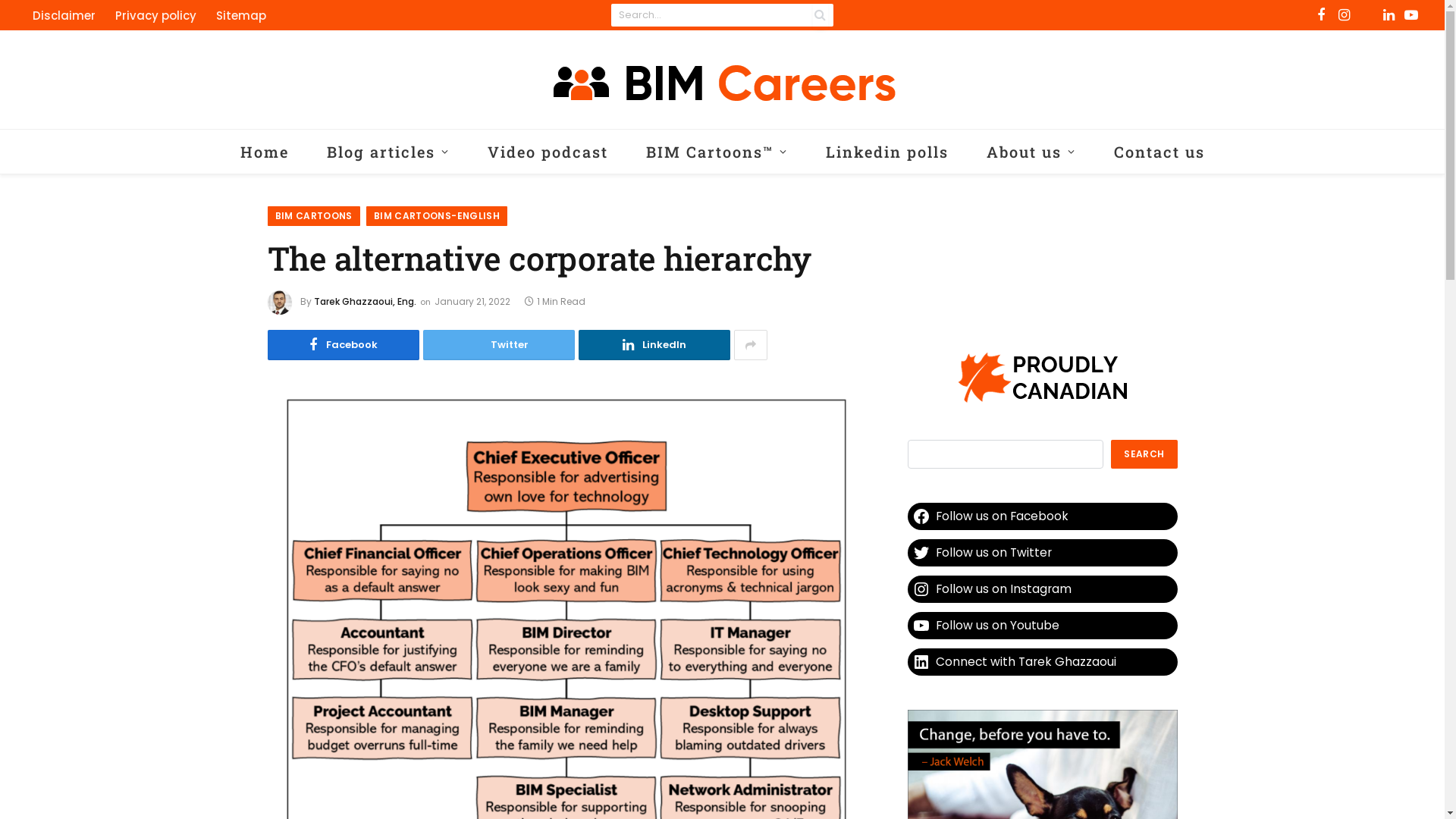  Describe the element at coordinates (63, 14) in the screenshot. I see `'Disclaimer'` at that location.